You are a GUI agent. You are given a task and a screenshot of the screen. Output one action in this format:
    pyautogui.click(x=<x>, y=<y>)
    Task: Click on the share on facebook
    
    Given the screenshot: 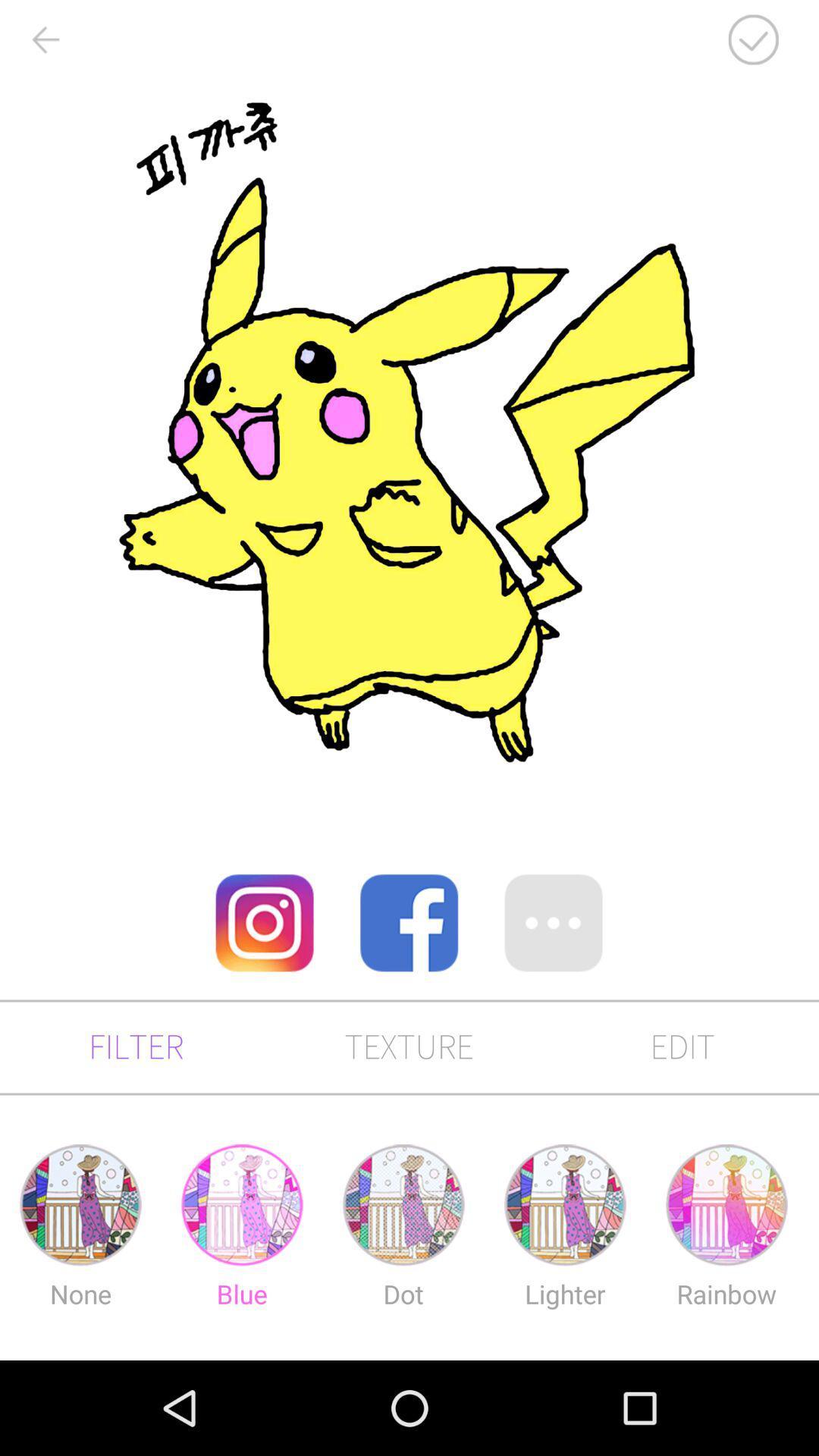 What is the action you would take?
    pyautogui.click(x=408, y=922)
    